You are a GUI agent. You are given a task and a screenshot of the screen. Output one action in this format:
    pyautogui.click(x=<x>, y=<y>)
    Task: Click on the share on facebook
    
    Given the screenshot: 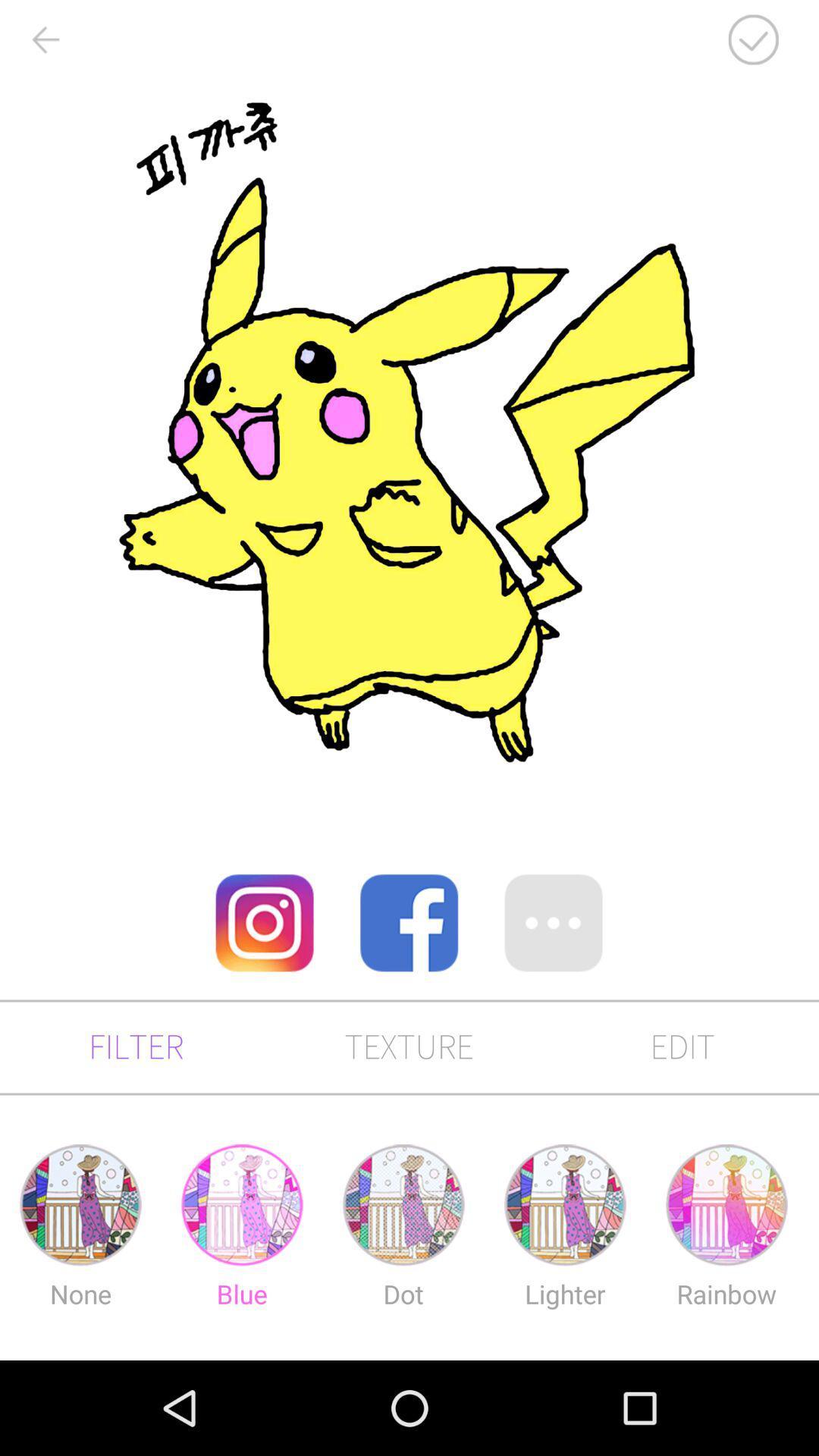 What is the action you would take?
    pyautogui.click(x=408, y=922)
    